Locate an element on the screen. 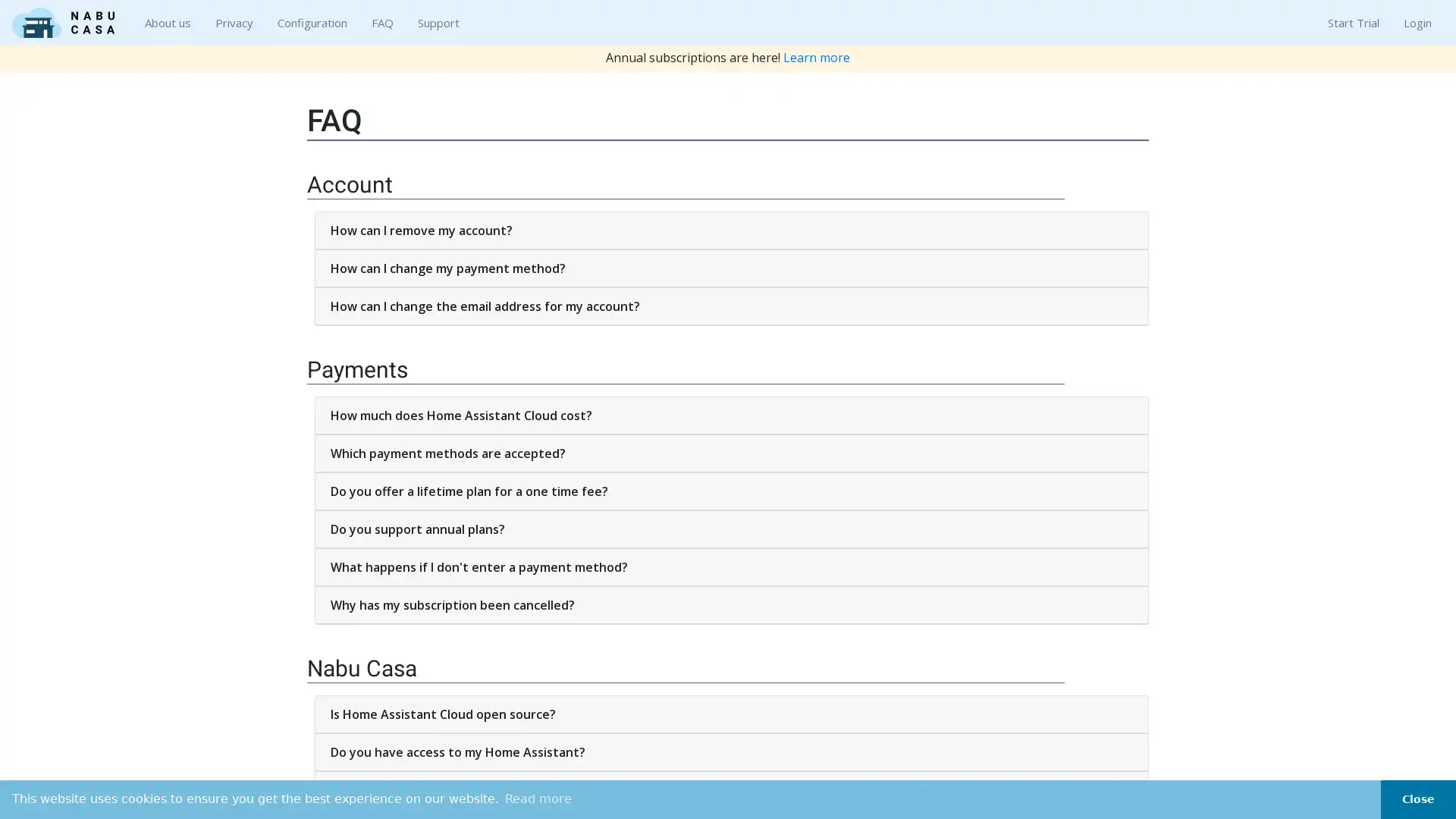  Do you have access to my Home Assistant? is located at coordinates (731, 752).